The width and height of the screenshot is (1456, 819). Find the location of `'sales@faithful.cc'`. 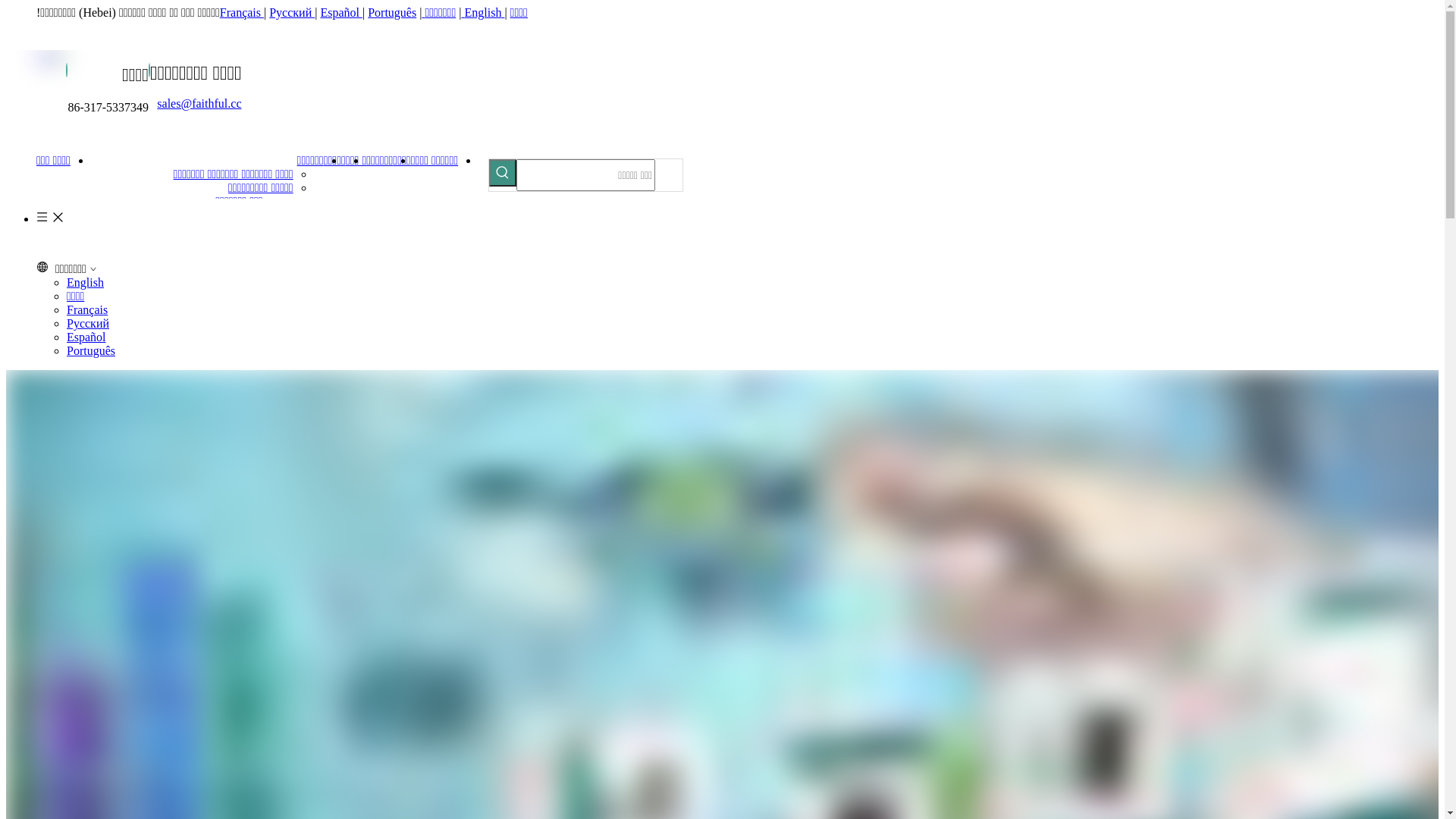

'sales@faithful.cc' is located at coordinates (198, 102).